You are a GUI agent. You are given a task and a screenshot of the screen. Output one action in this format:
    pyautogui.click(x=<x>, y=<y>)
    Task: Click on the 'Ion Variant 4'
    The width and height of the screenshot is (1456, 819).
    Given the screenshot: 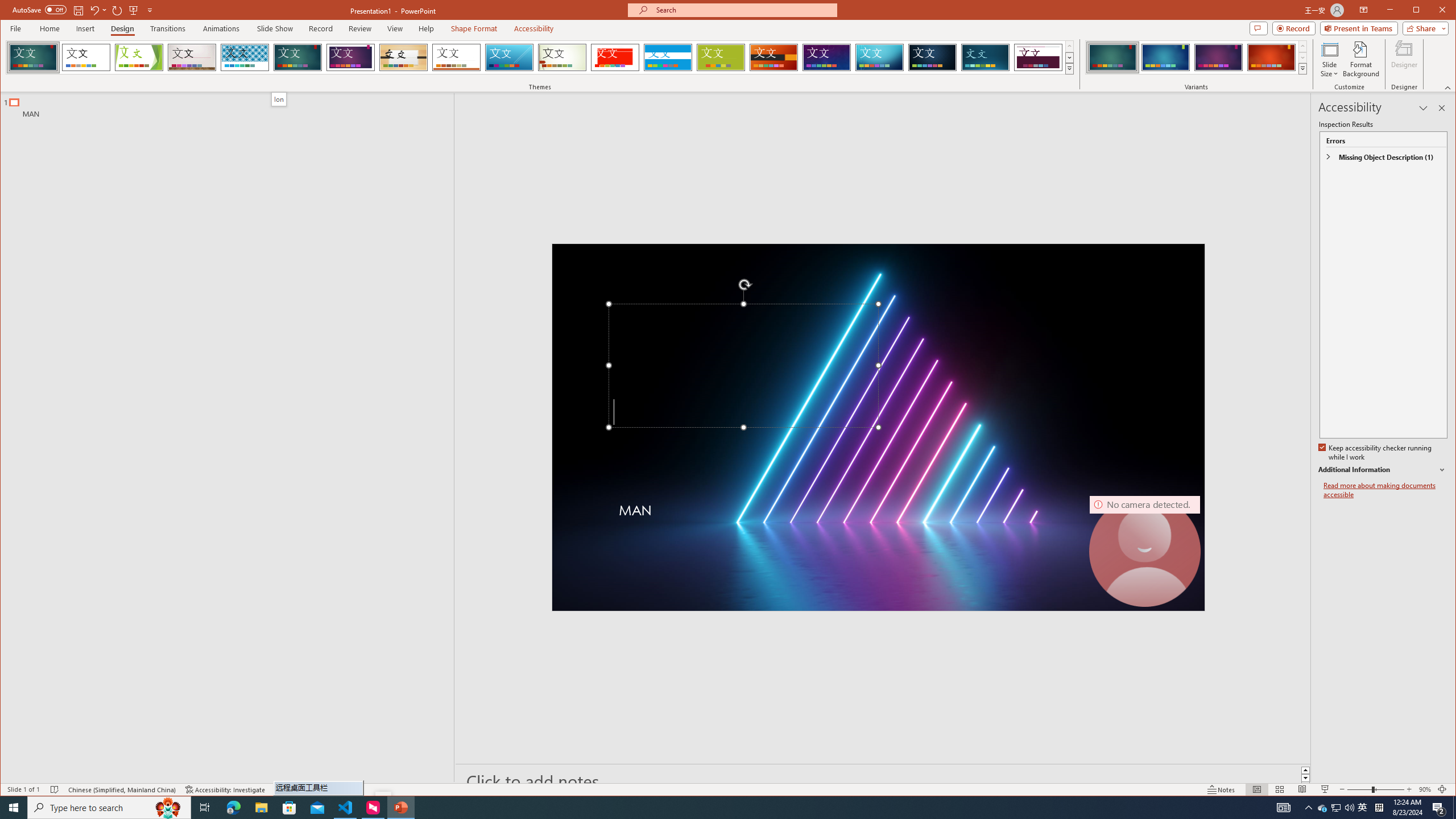 What is the action you would take?
    pyautogui.click(x=1270, y=57)
    